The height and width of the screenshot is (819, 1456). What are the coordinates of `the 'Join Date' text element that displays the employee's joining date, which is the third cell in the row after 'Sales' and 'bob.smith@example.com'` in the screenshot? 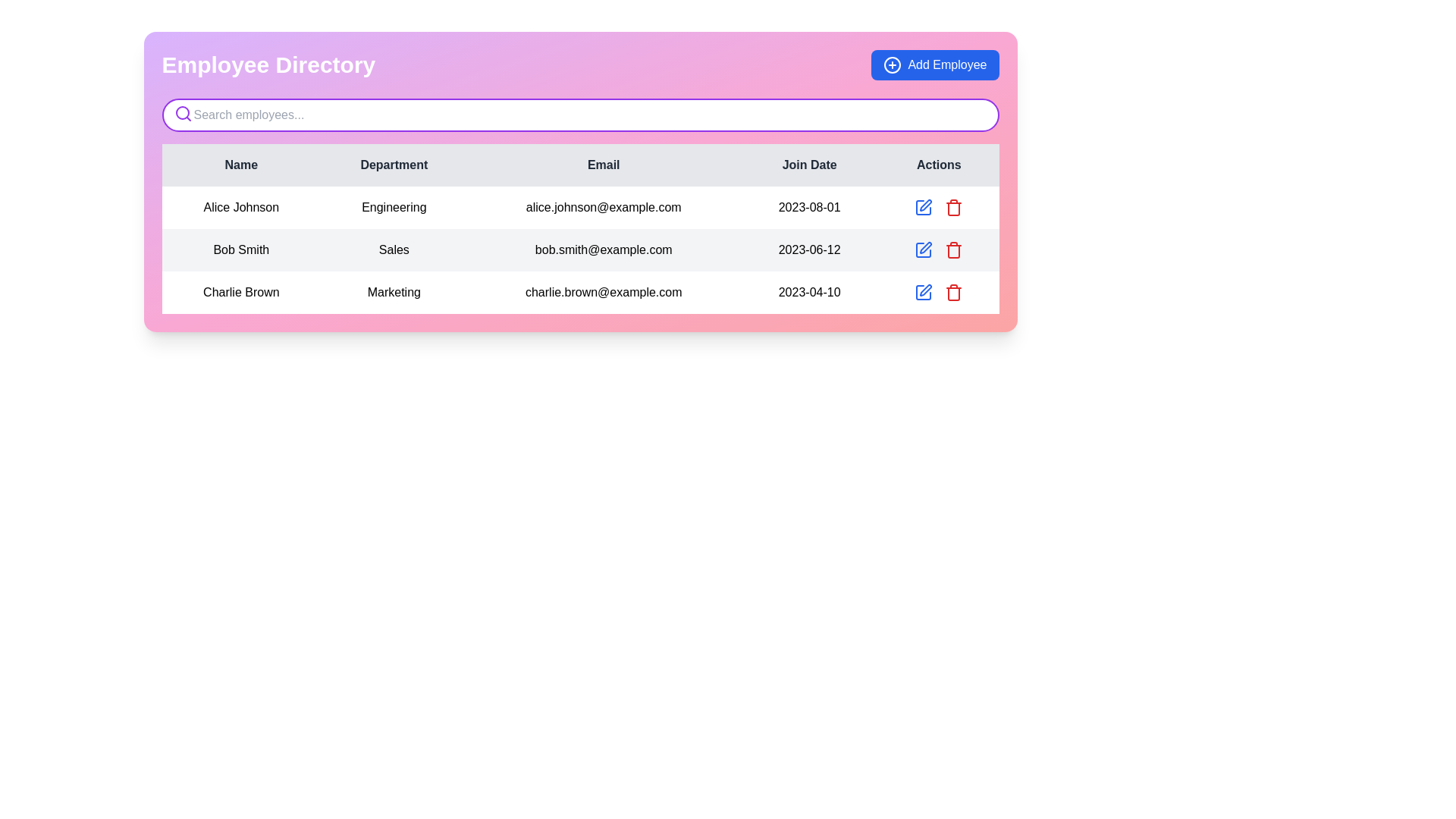 It's located at (808, 249).